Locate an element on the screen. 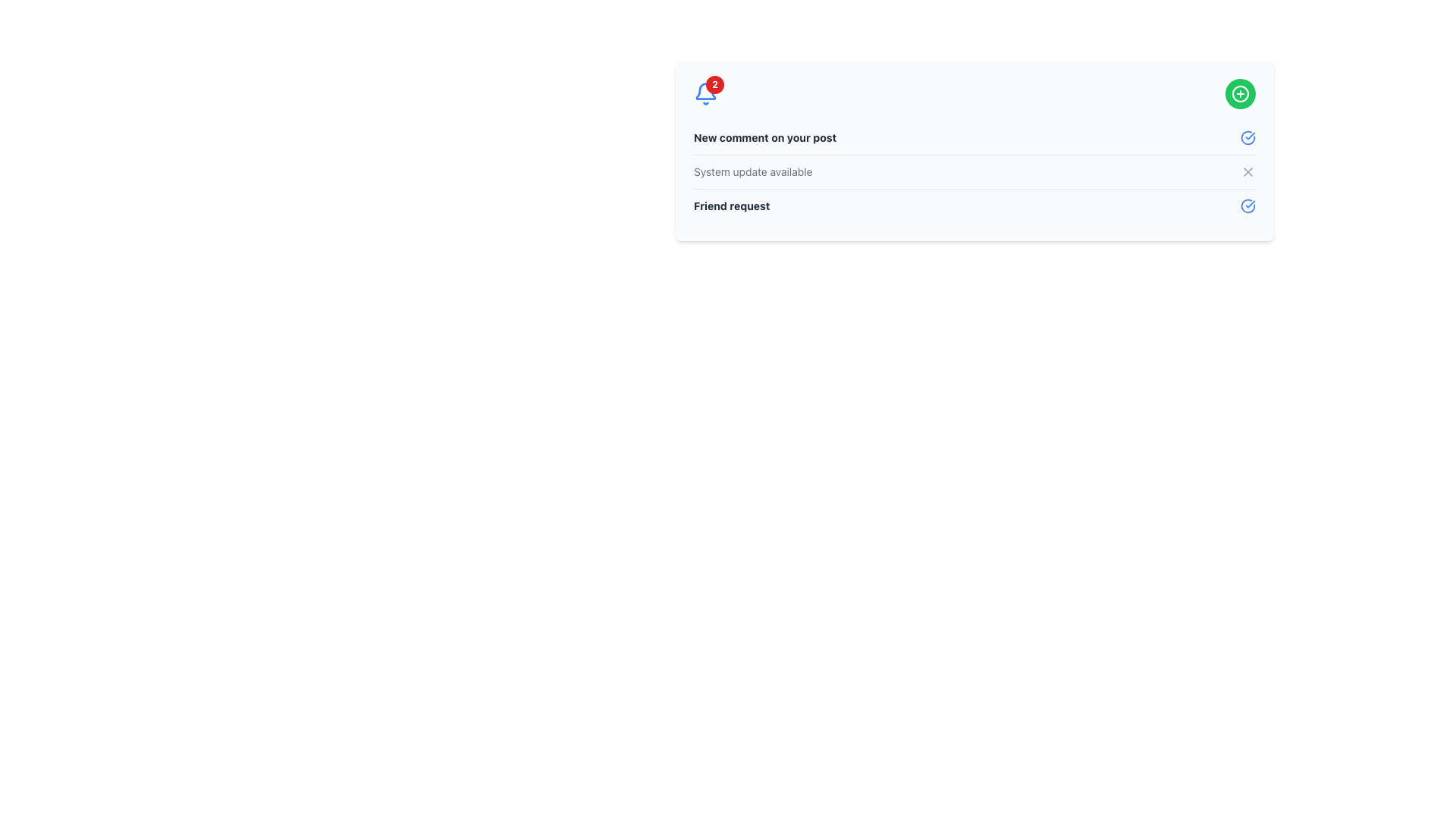 This screenshot has width=1456, height=819. the notification bell icon located in the notification area, specifically in the lower middle area of the bell shape is located at coordinates (705, 91).